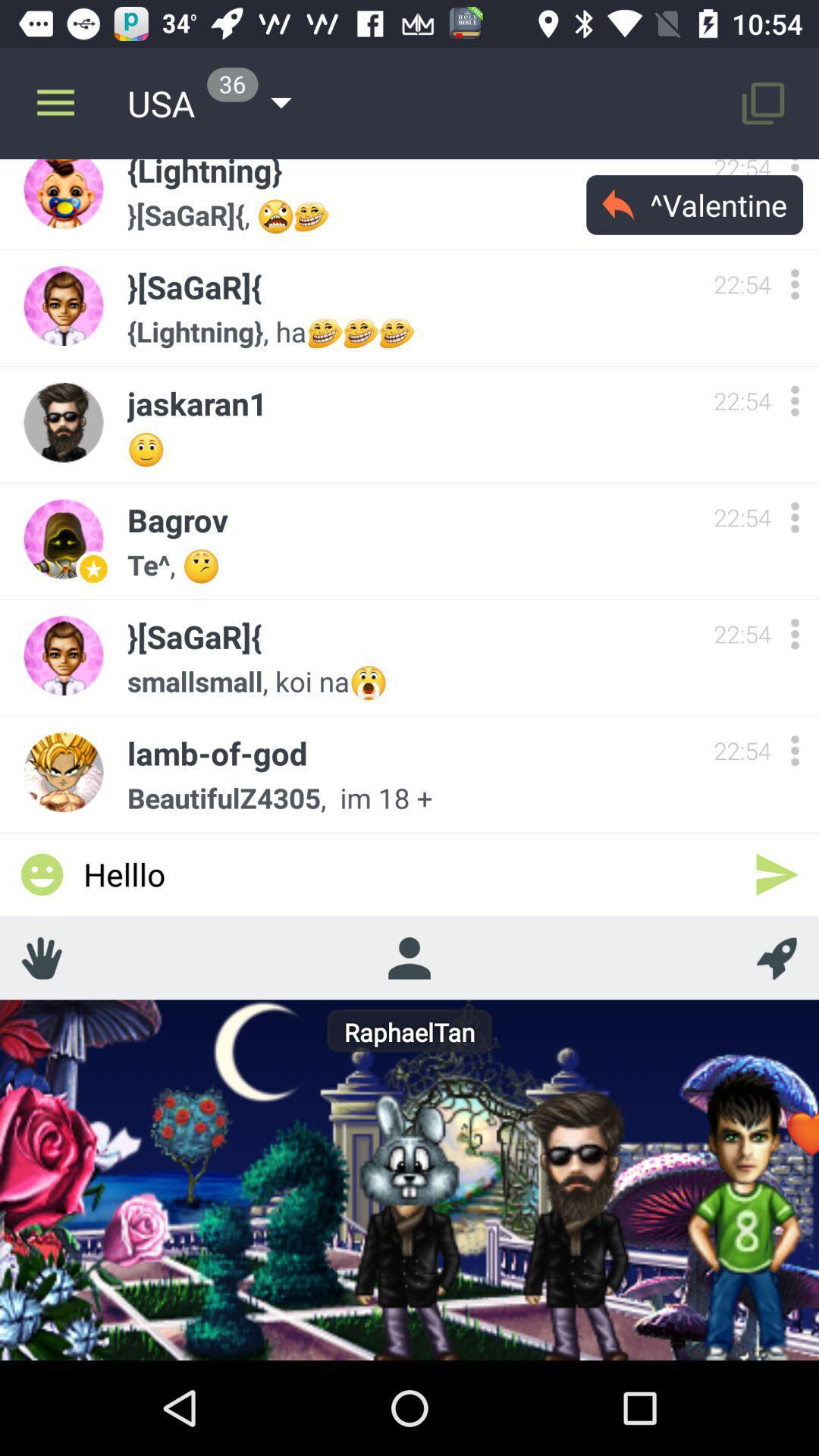  Describe the element at coordinates (794, 634) in the screenshot. I see `user` at that location.